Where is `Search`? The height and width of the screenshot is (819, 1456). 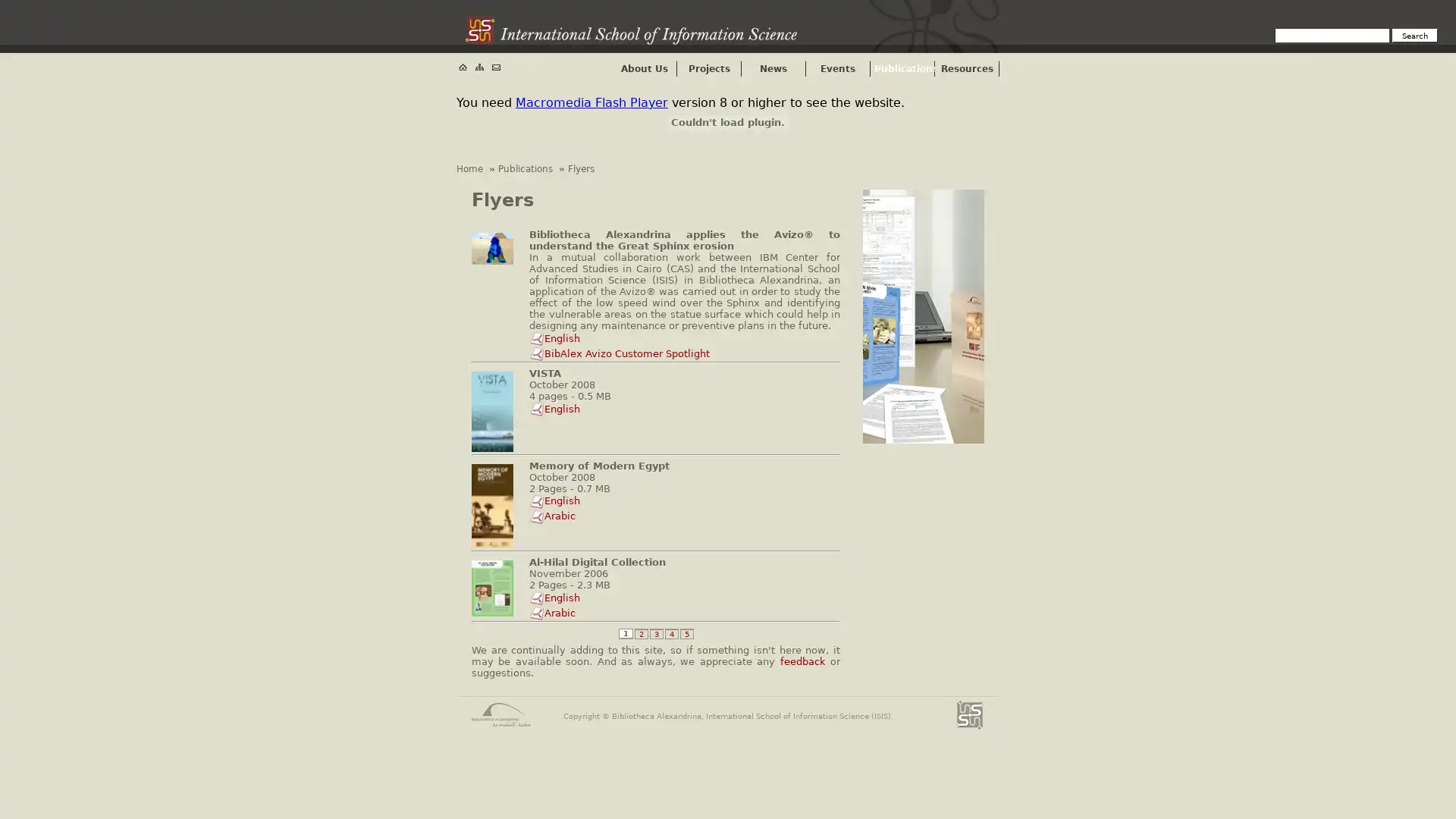 Search is located at coordinates (1414, 34).